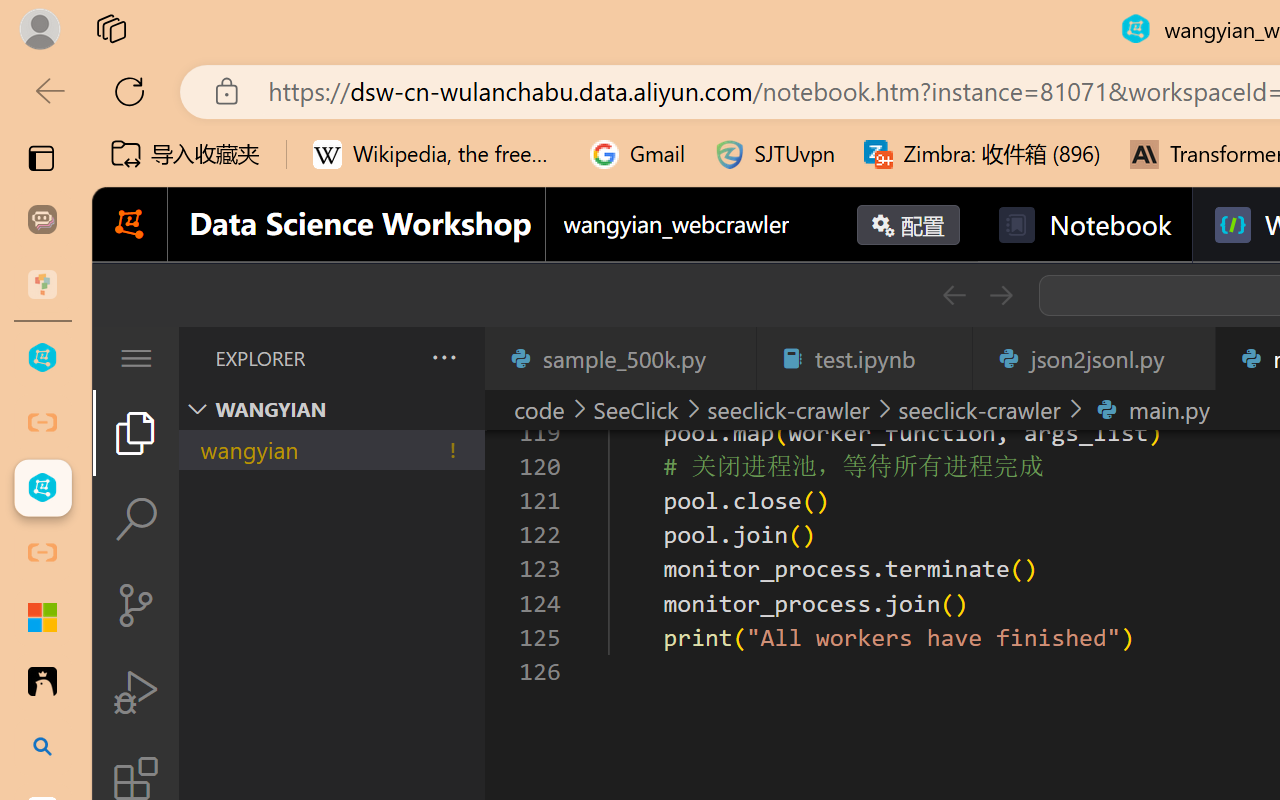  I want to click on 'test.ipynb', so click(864, 358).